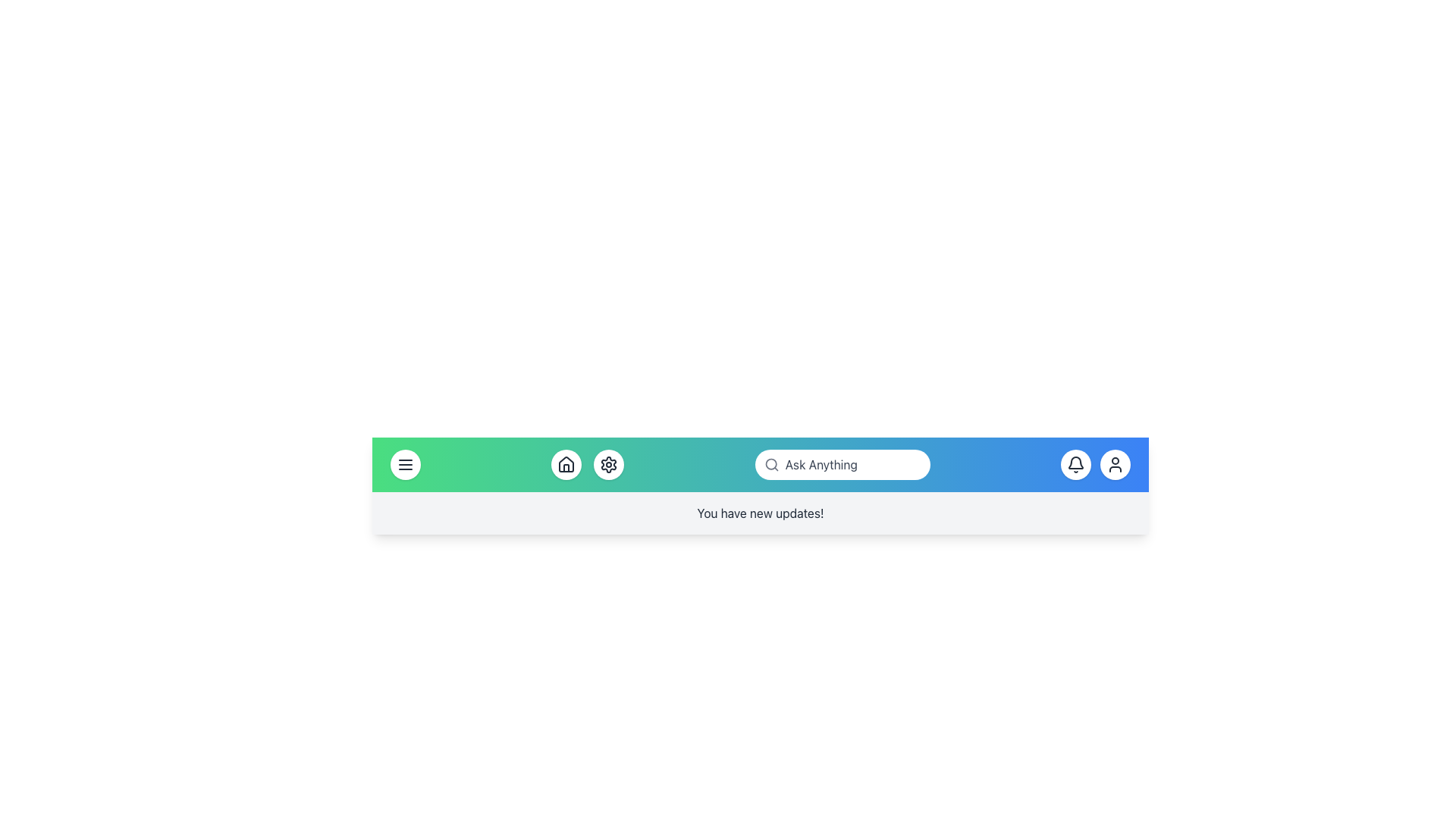 This screenshot has height=819, width=1456. I want to click on the home button icon in the navigation bar, so click(566, 464).